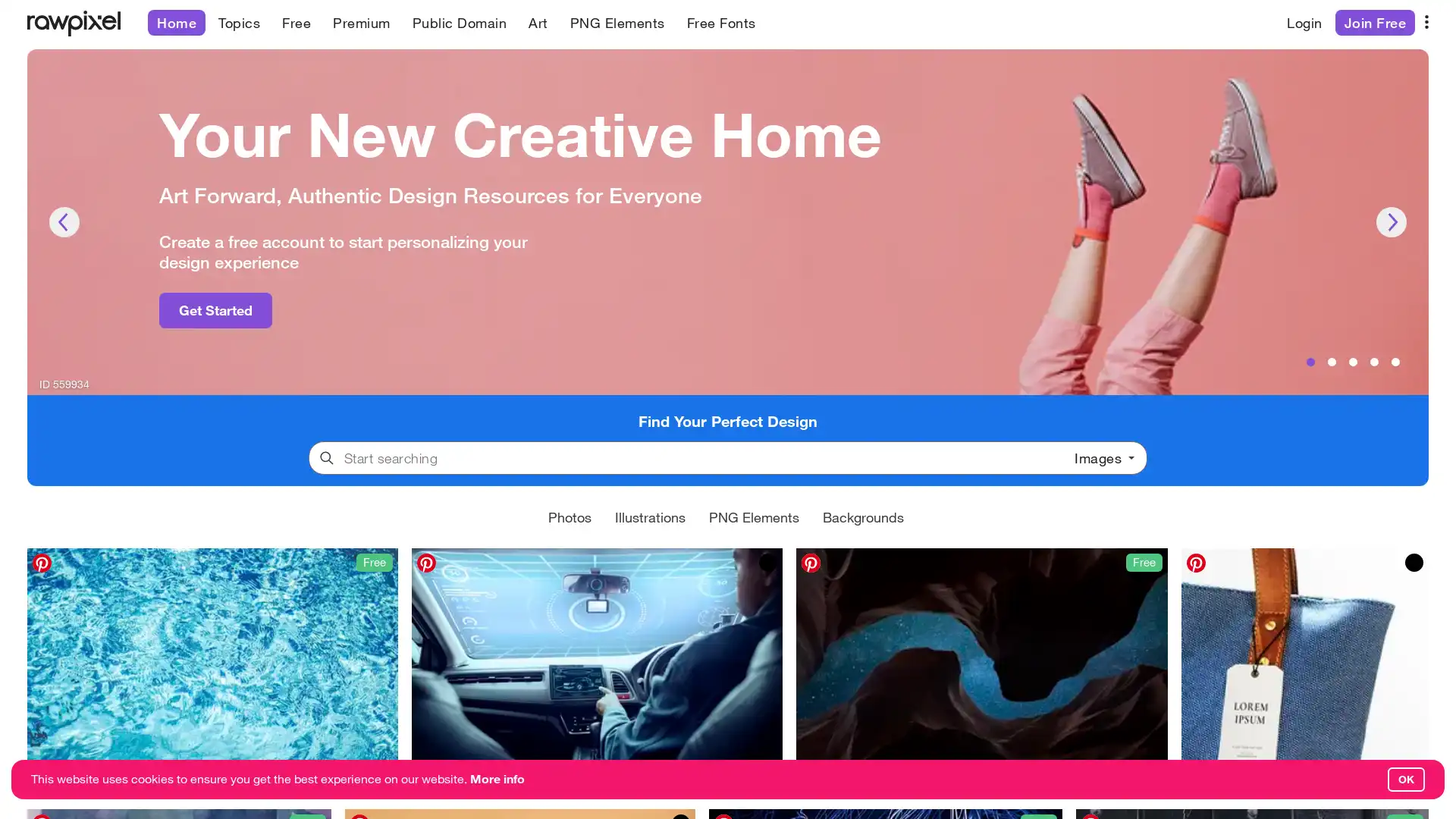 The image size is (1456, 819). I want to click on PNG Elements, so click(754, 516).